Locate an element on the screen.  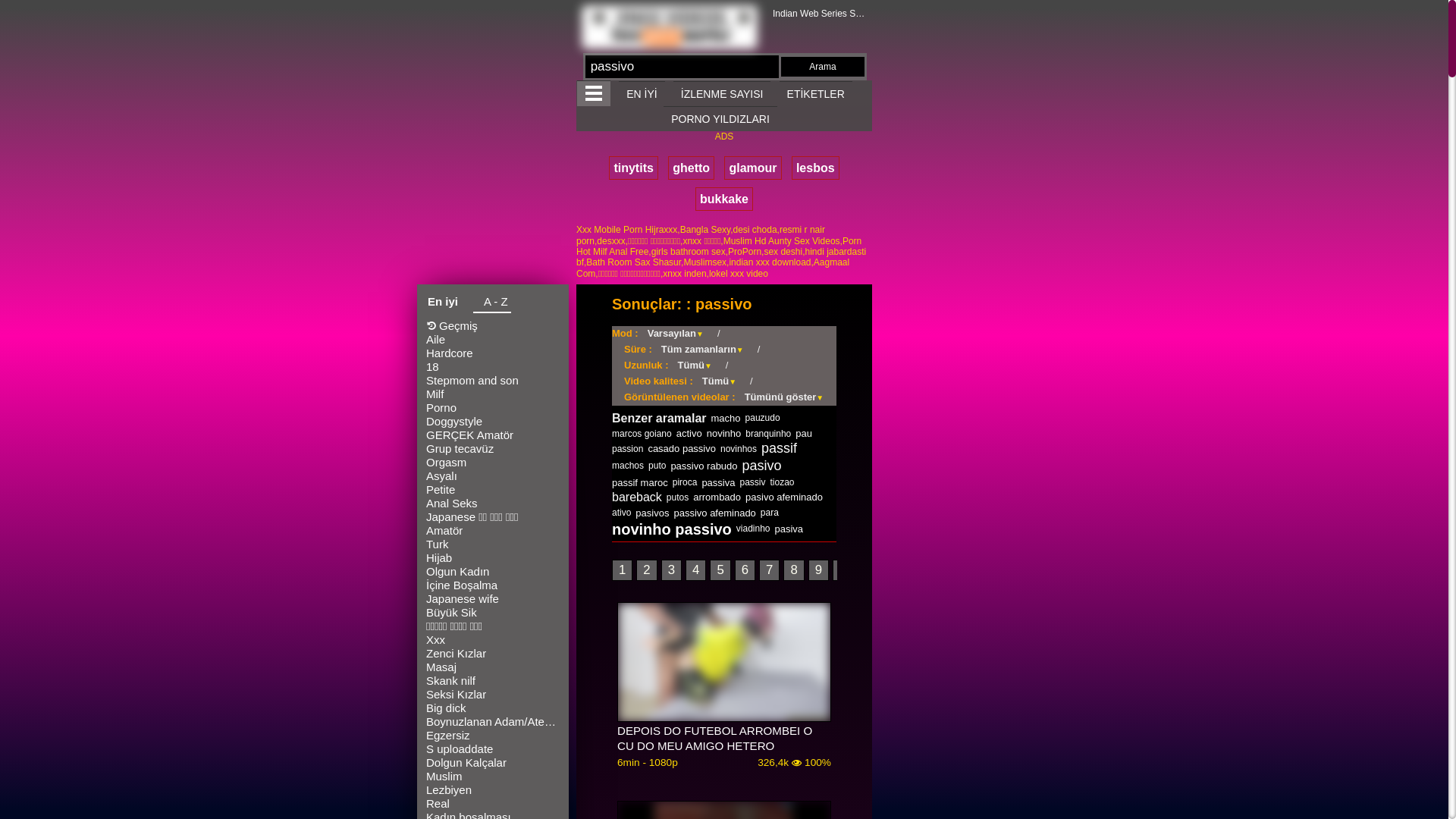
'Skank nilf' is located at coordinates (492, 680).